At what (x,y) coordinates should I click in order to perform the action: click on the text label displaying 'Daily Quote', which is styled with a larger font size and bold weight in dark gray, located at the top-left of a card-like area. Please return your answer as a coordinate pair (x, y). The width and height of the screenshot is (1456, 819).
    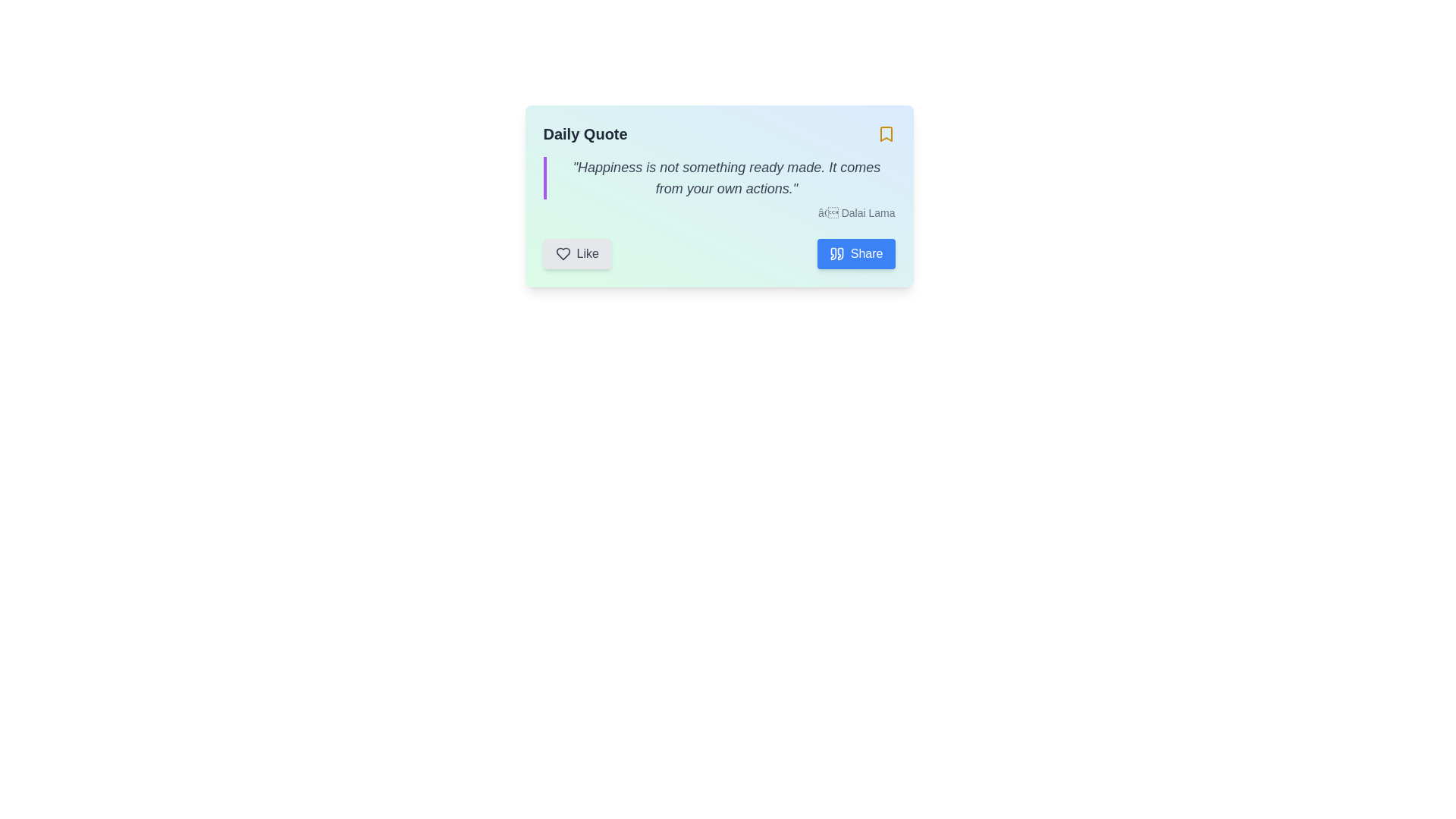
    Looking at the image, I should click on (585, 133).